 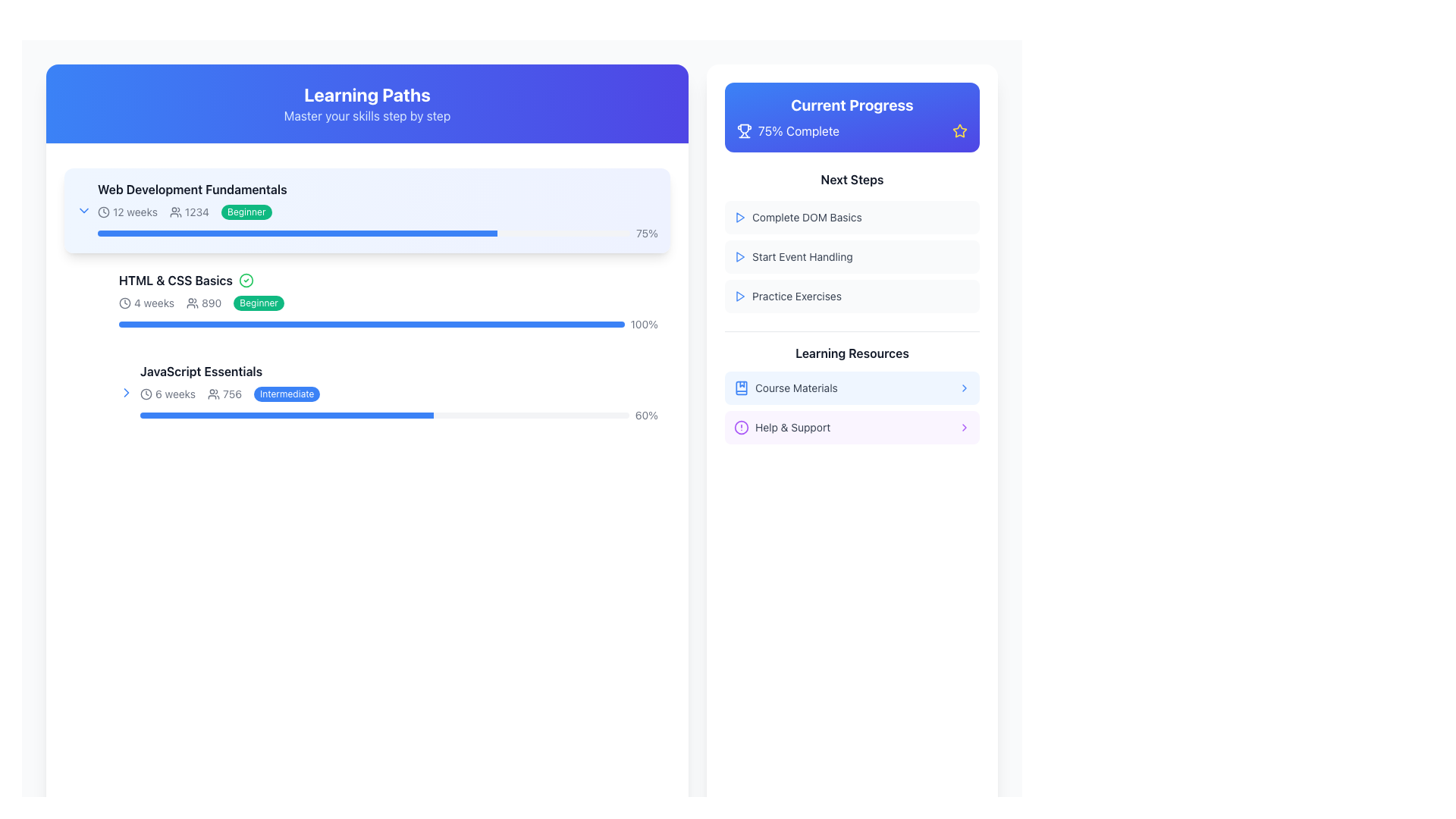 I want to click on the static text label displaying 'HTML & CSS Basics' which is styled in bold and located in the 'Web Development Fundamentals' section, so click(x=175, y=281).